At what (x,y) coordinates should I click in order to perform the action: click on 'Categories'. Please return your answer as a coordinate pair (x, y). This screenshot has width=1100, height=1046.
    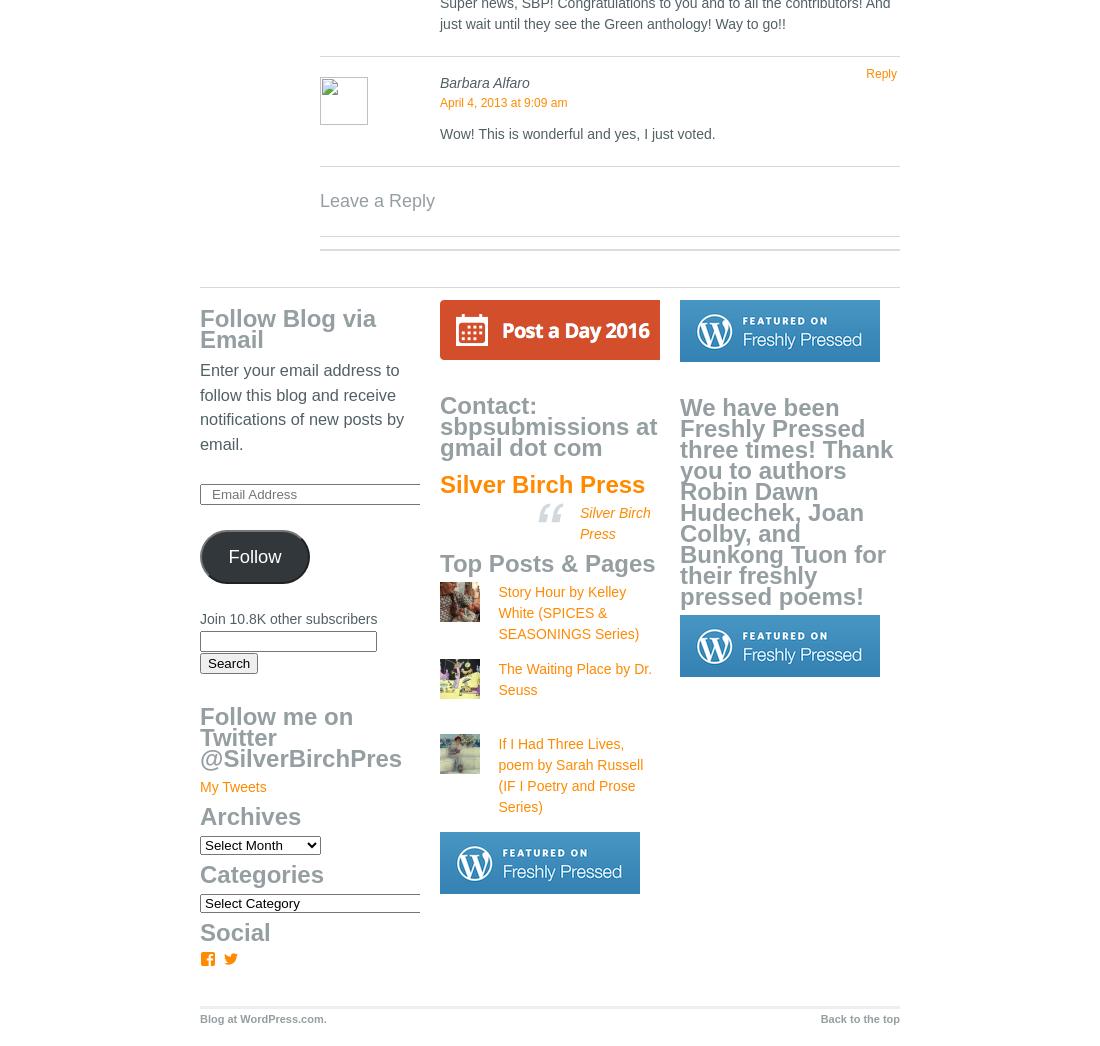
    Looking at the image, I should click on (262, 873).